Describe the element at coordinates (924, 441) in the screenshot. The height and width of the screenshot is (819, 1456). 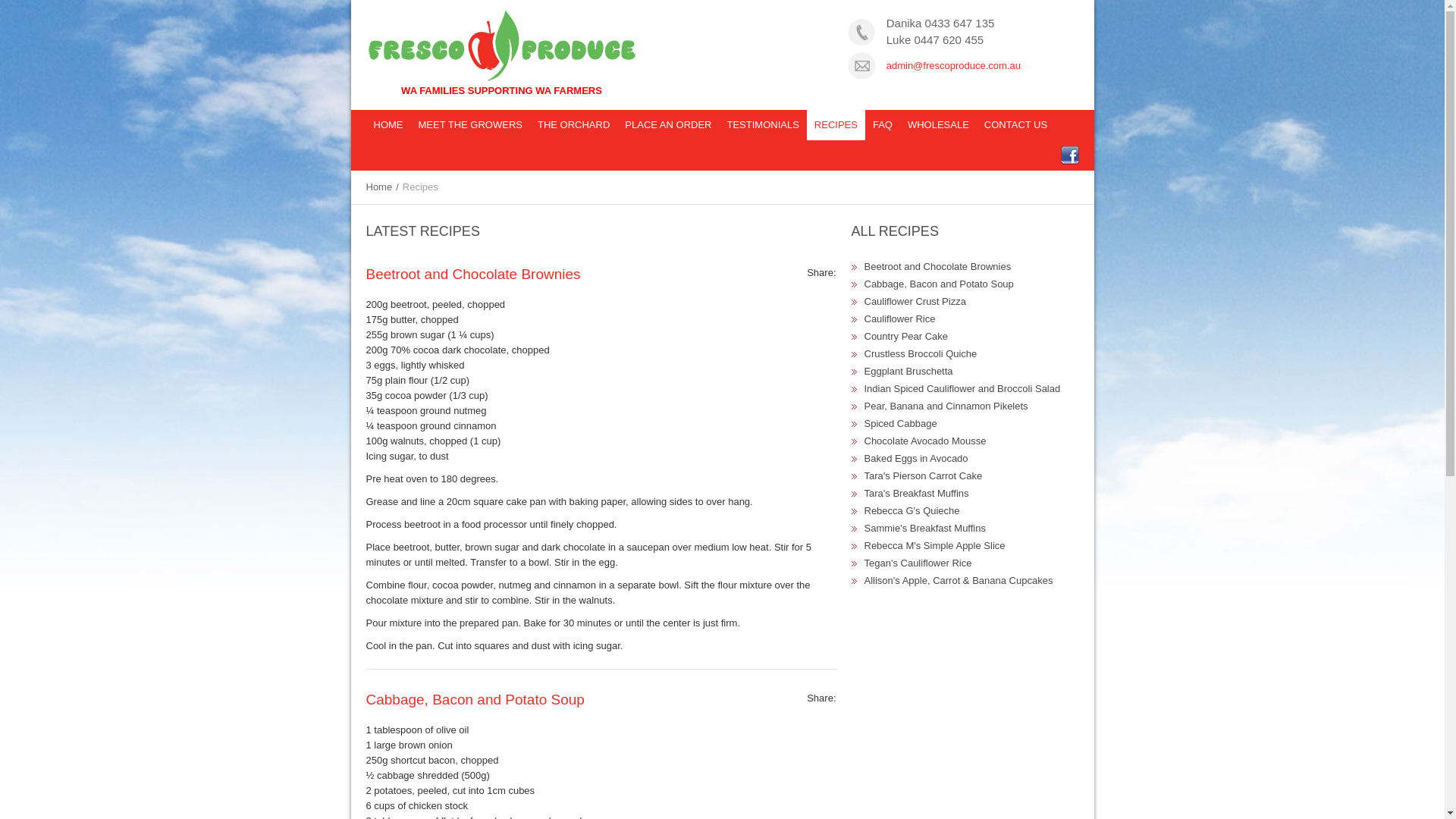
I see `'Chocolate Avocado Mousse'` at that location.